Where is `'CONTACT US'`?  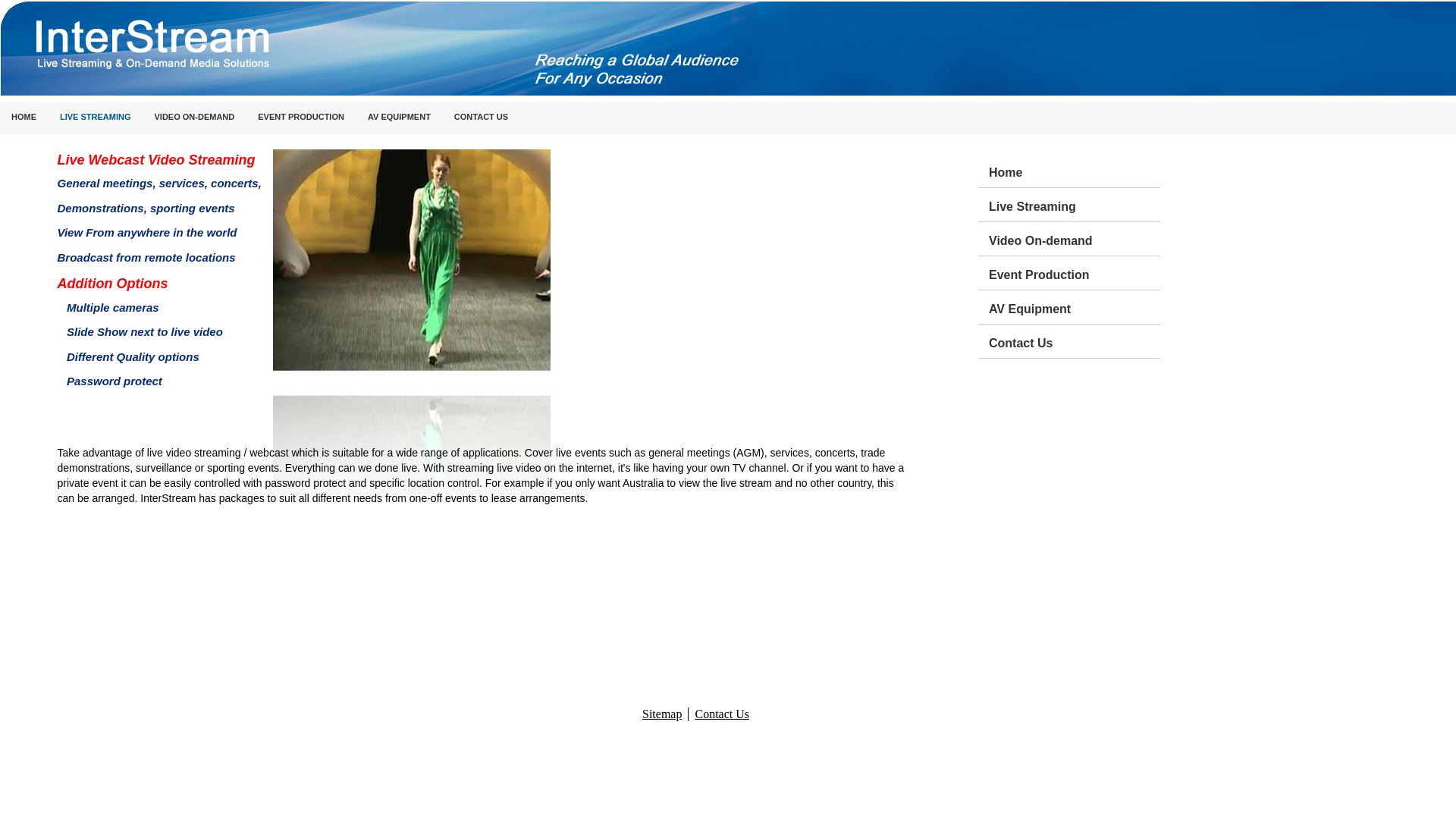
'CONTACT US' is located at coordinates (442, 117).